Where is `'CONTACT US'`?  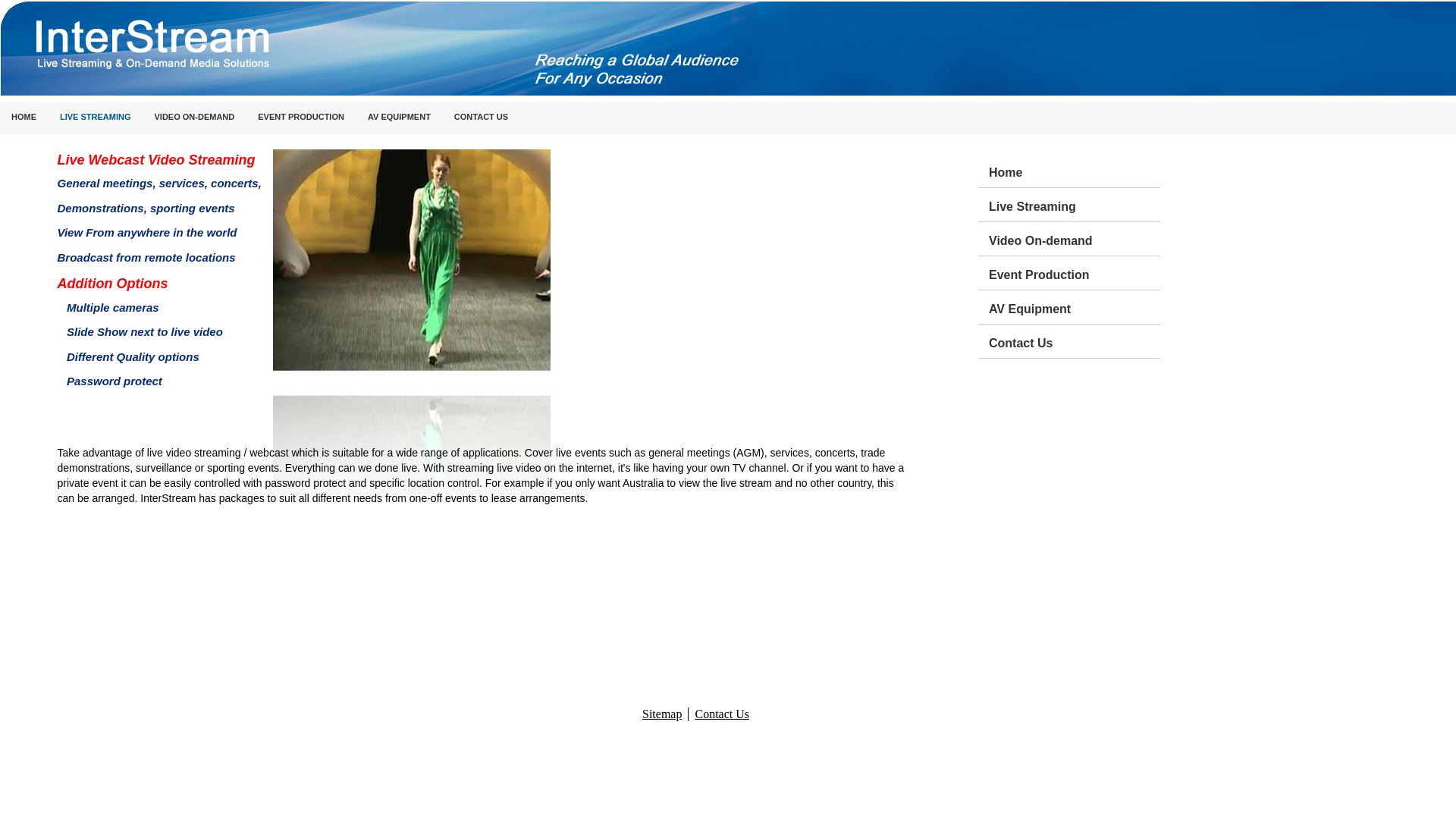
'CONTACT US' is located at coordinates (442, 117).